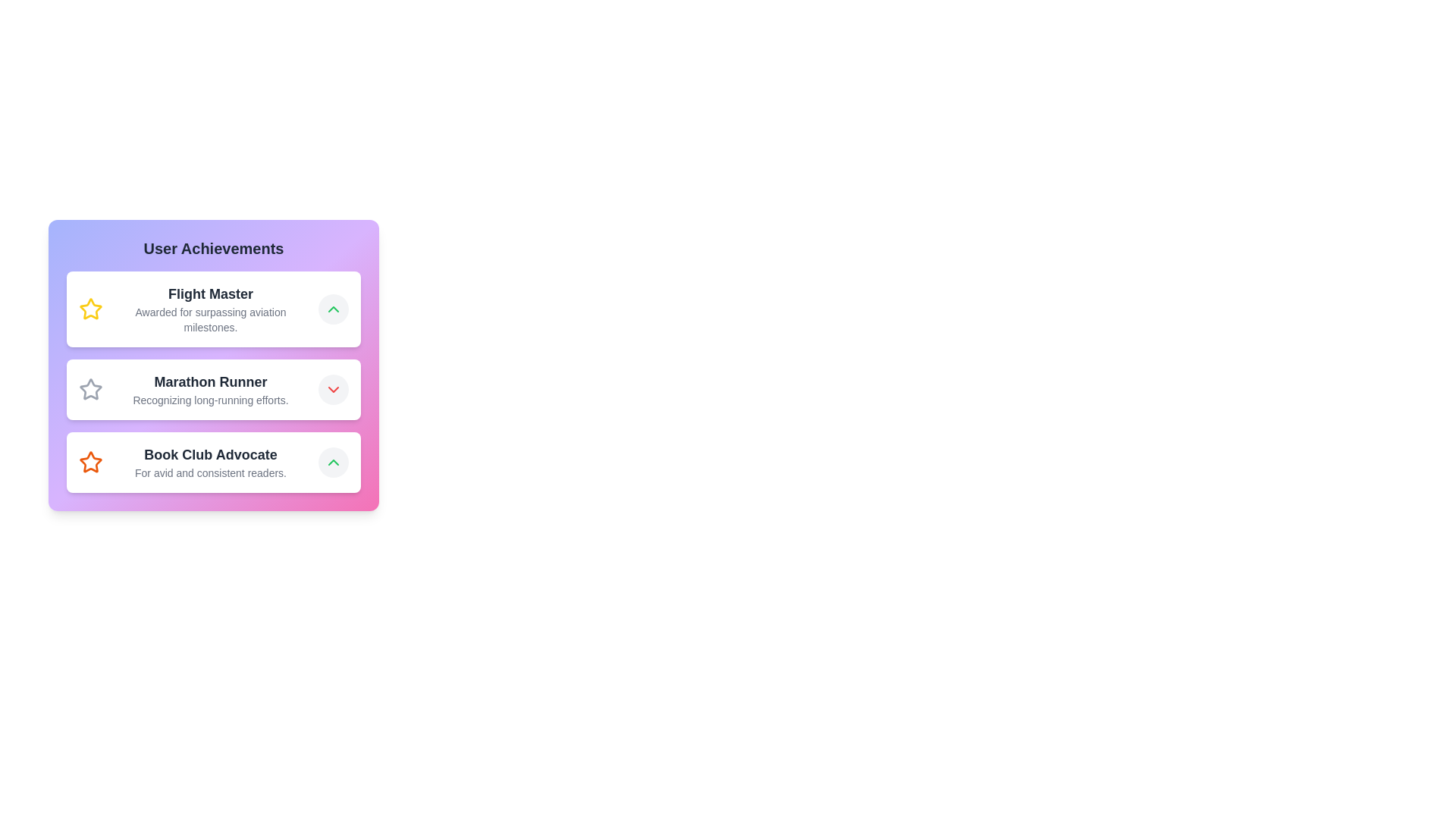  I want to click on the downward-pointing chevron icon styled with red color and rounded edges, located within a light gray circular background, so click(333, 388).